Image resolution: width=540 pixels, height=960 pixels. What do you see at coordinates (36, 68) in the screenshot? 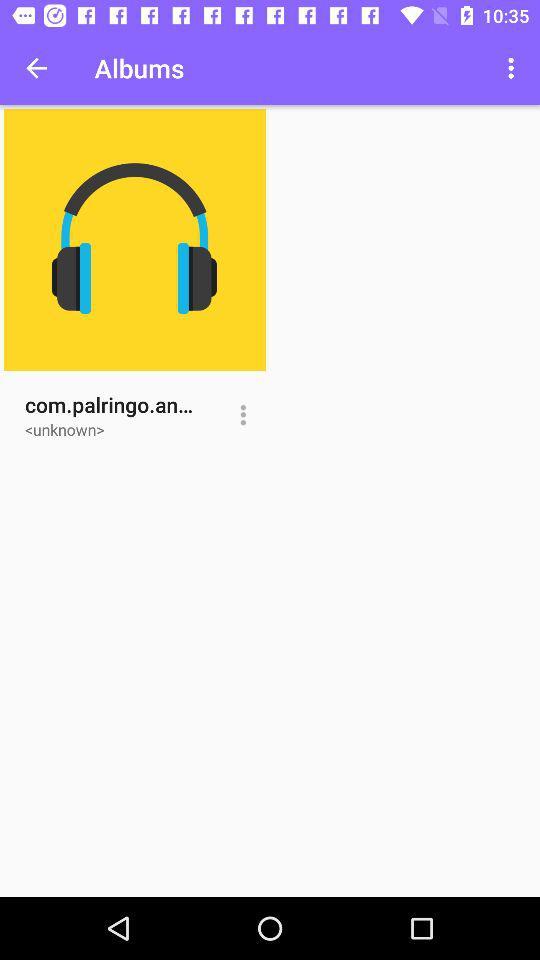
I see `icon next to the albums item` at bounding box center [36, 68].